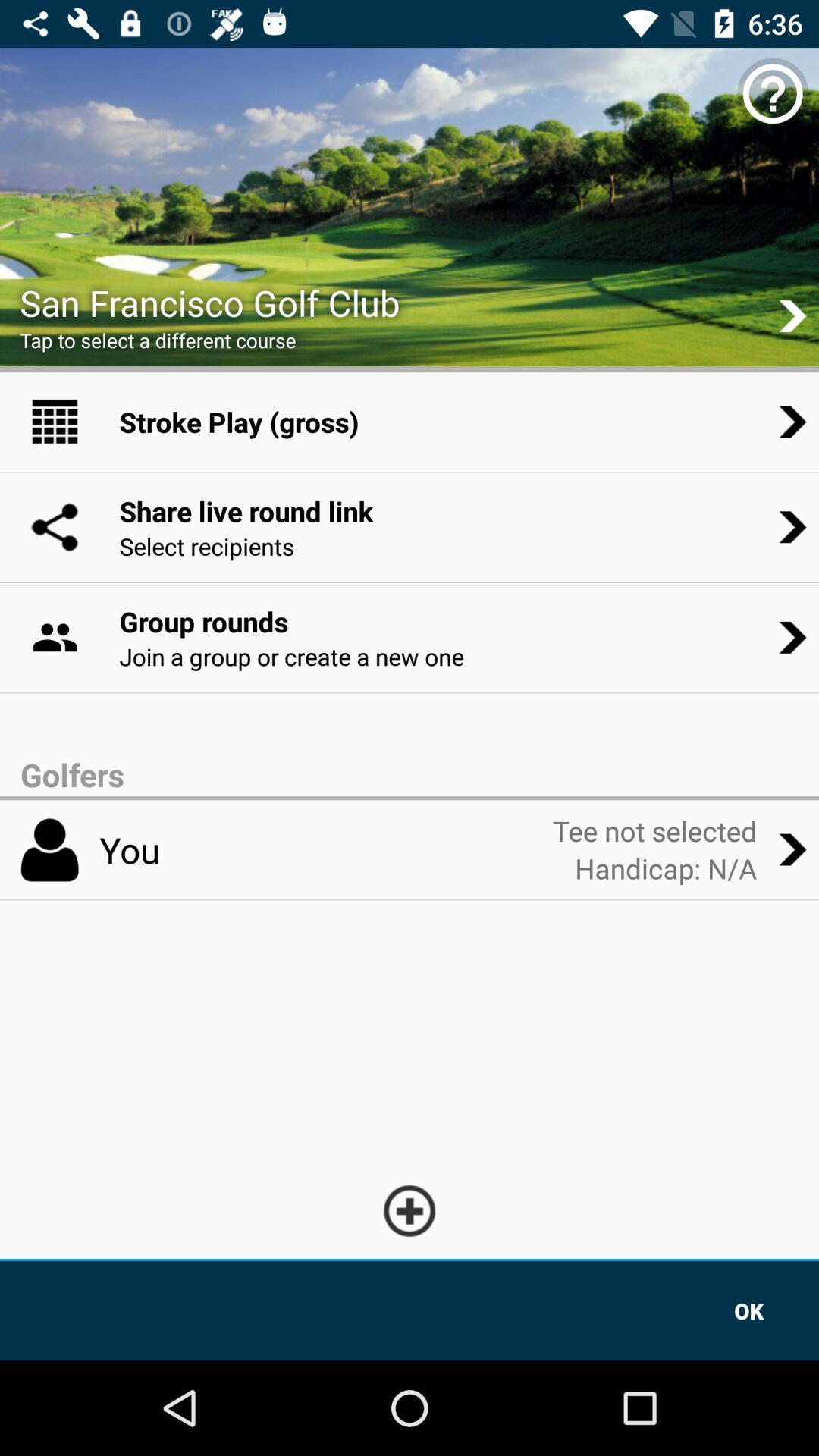 The height and width of the screenshot is (1456, 819). I want to click on about option, so click(773, 93).